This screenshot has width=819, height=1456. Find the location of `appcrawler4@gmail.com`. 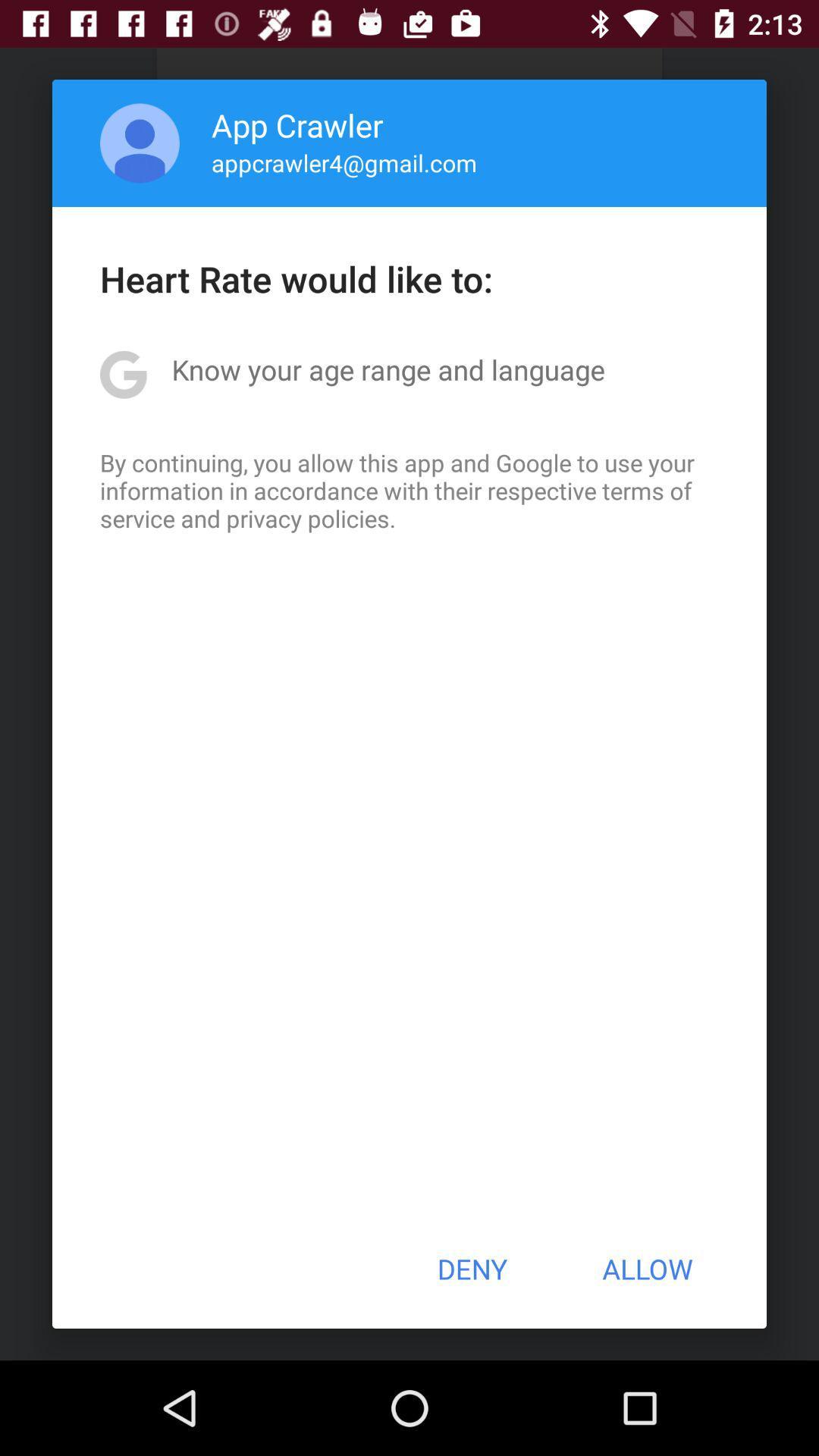

appcrawler4@gmail.com is located at coordinates (344, 162).